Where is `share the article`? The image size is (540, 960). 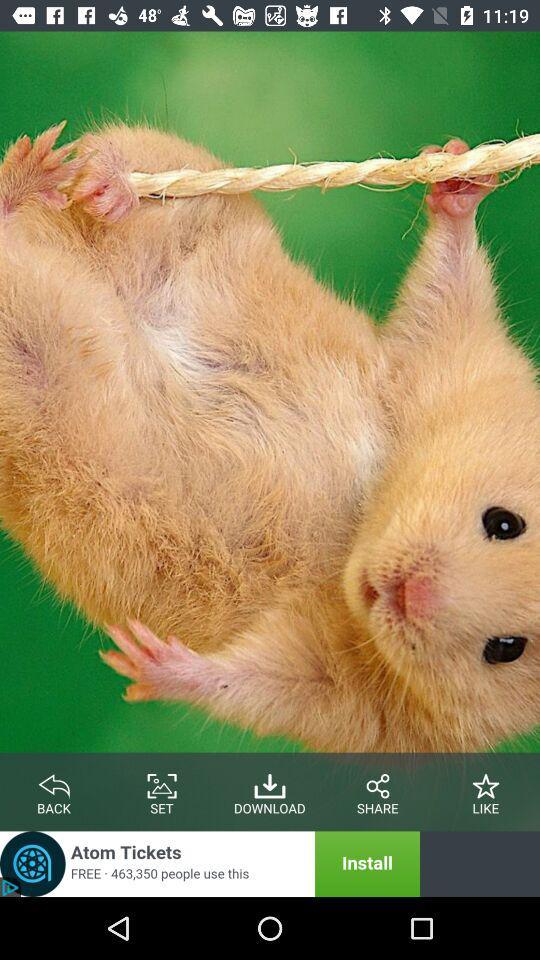
share the article is located at coordinates (378, 782).